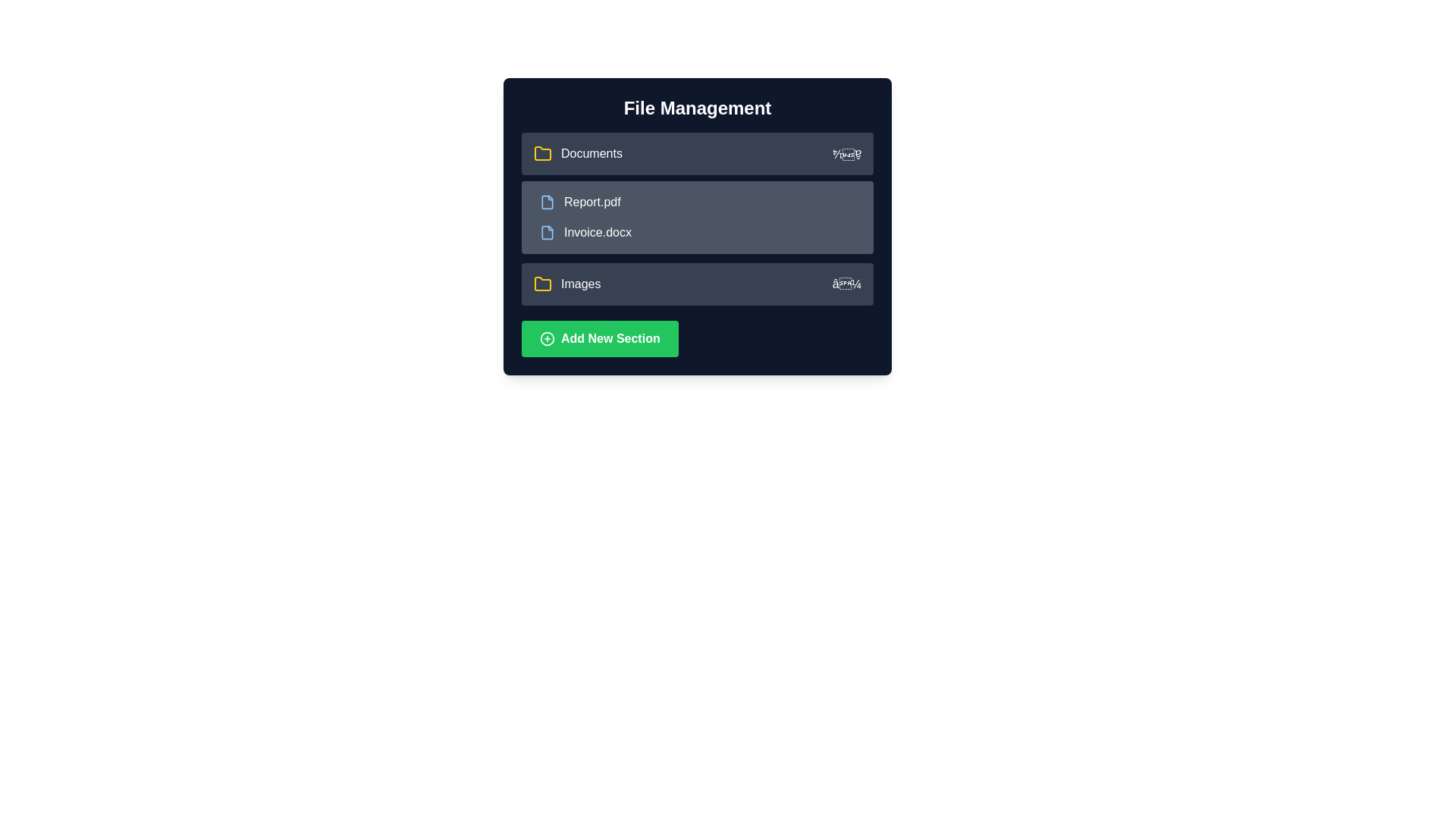 The image size is (1456, 819). What do you see at coordinates (599, 338) in the screenshot?
I see `the button located at the bottom of the 'File Management' card` at bounding box center [599, 338].